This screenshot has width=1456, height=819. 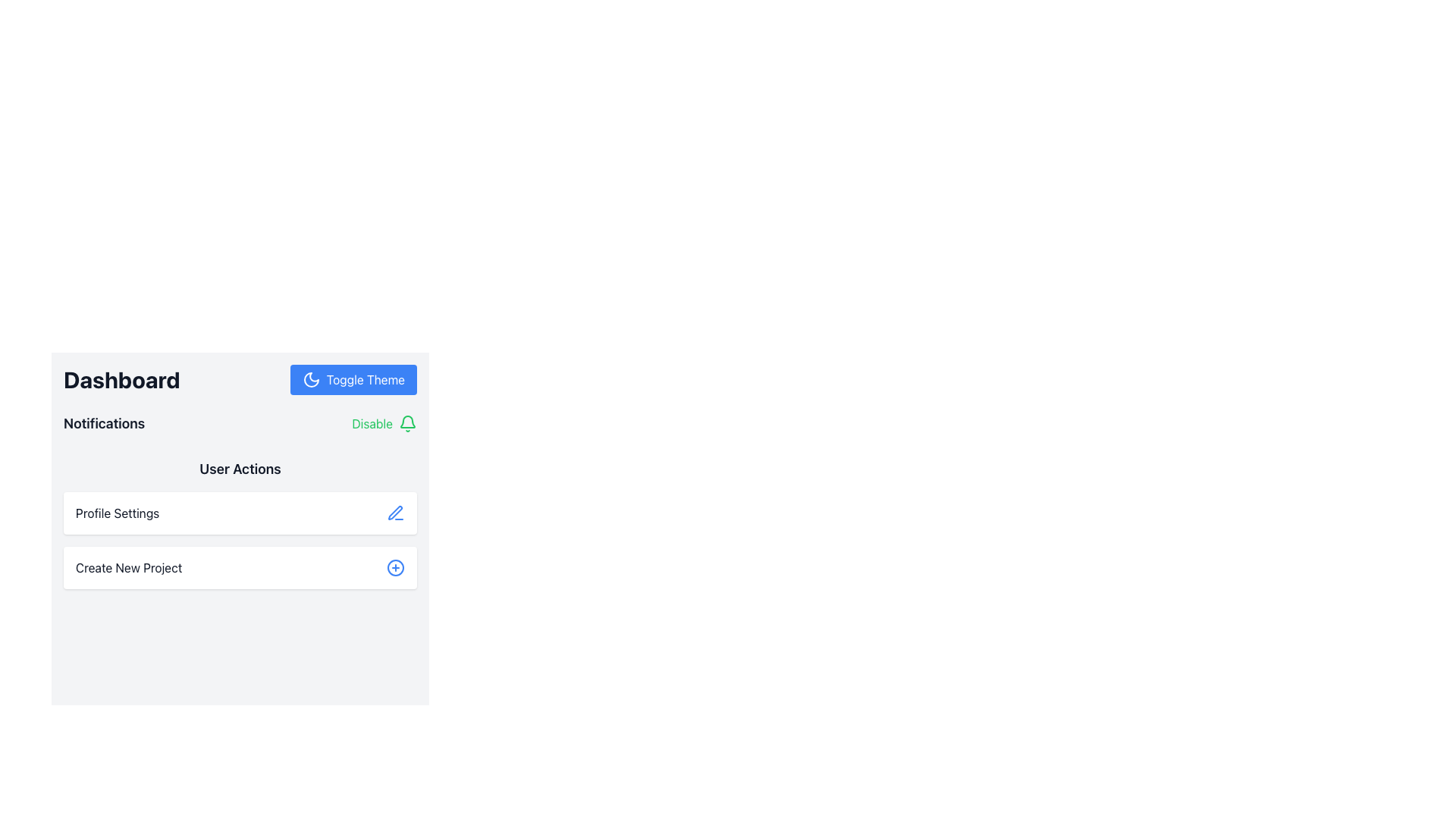 What do you see at coordinates (407, 424) in the screenshot?
I see `the bell-shaped notification icon with a green border, located adjacent to the 'Disable' text label in the top-right corner of the widget section` at bounding box center [407, 424].